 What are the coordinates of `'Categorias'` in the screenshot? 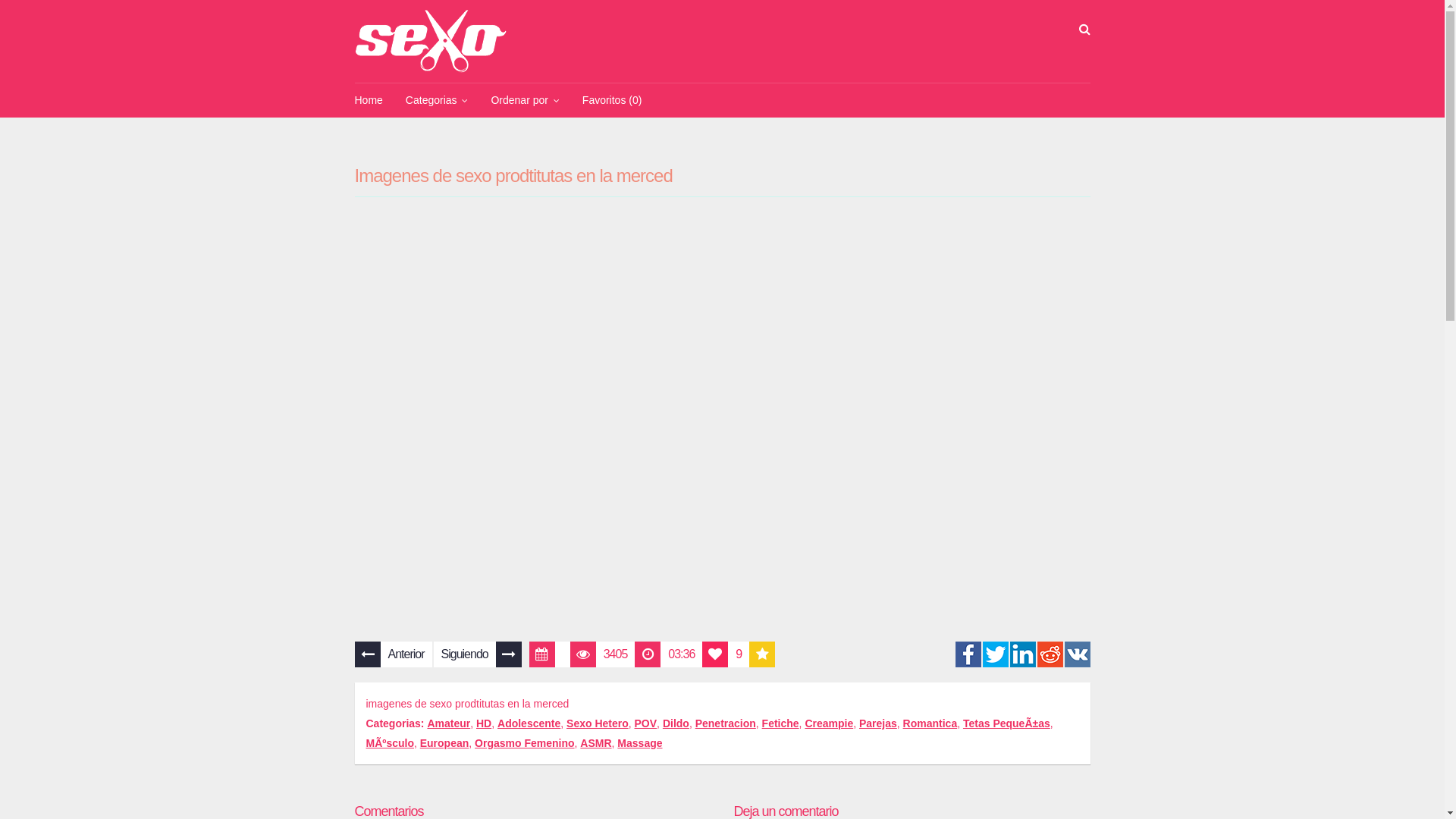 It's located at (436, 100).